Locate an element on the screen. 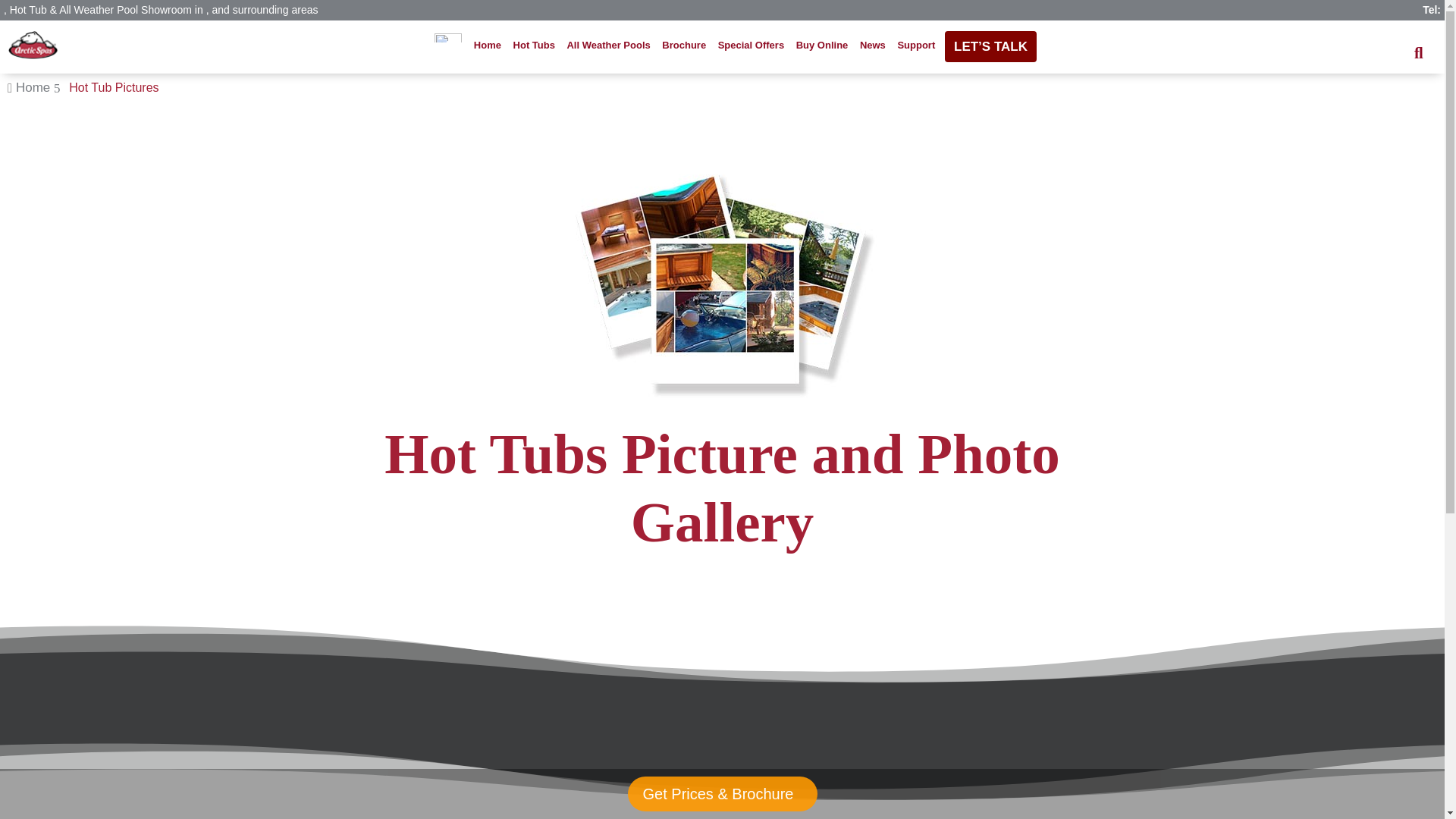  'Support' is located at coordinates (915, 44).